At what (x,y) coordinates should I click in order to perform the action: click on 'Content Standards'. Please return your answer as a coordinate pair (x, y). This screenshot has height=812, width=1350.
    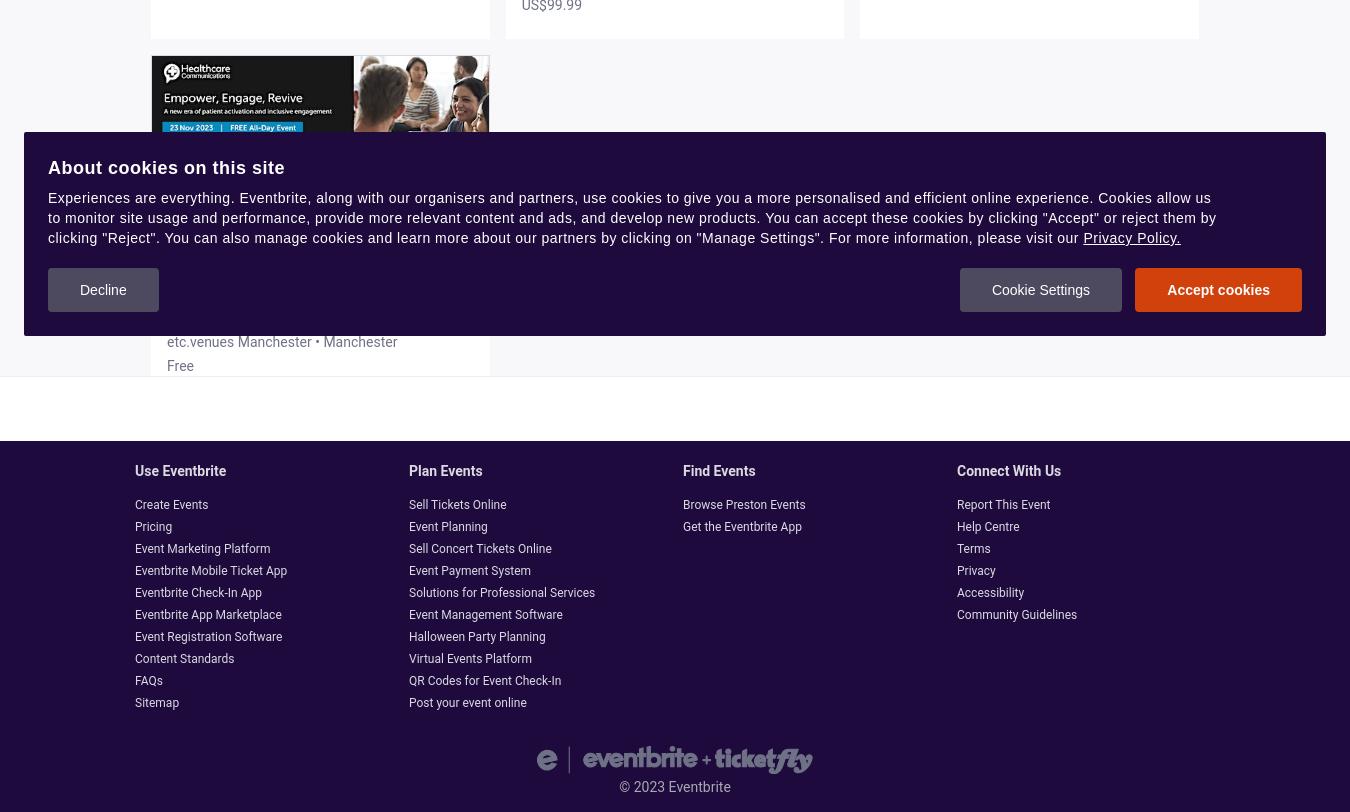
    Looking at the image, I should click on (184, 659).